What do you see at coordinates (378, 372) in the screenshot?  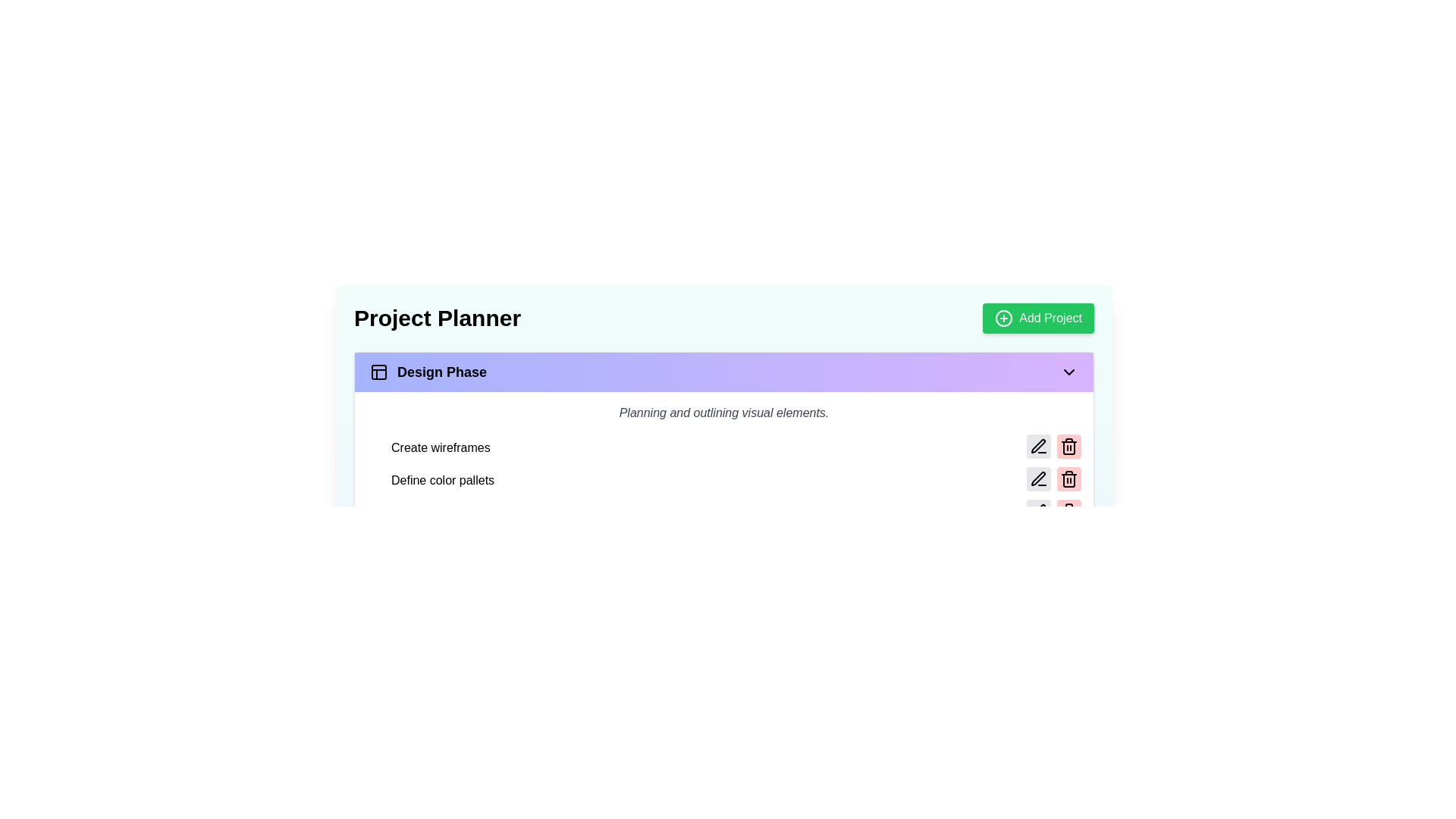 I see `the Icon representing the 'Design Phase' located in the upper-left corner of the section header adjacent to the text 'Design Phase'` at bounding box center [378, 372].